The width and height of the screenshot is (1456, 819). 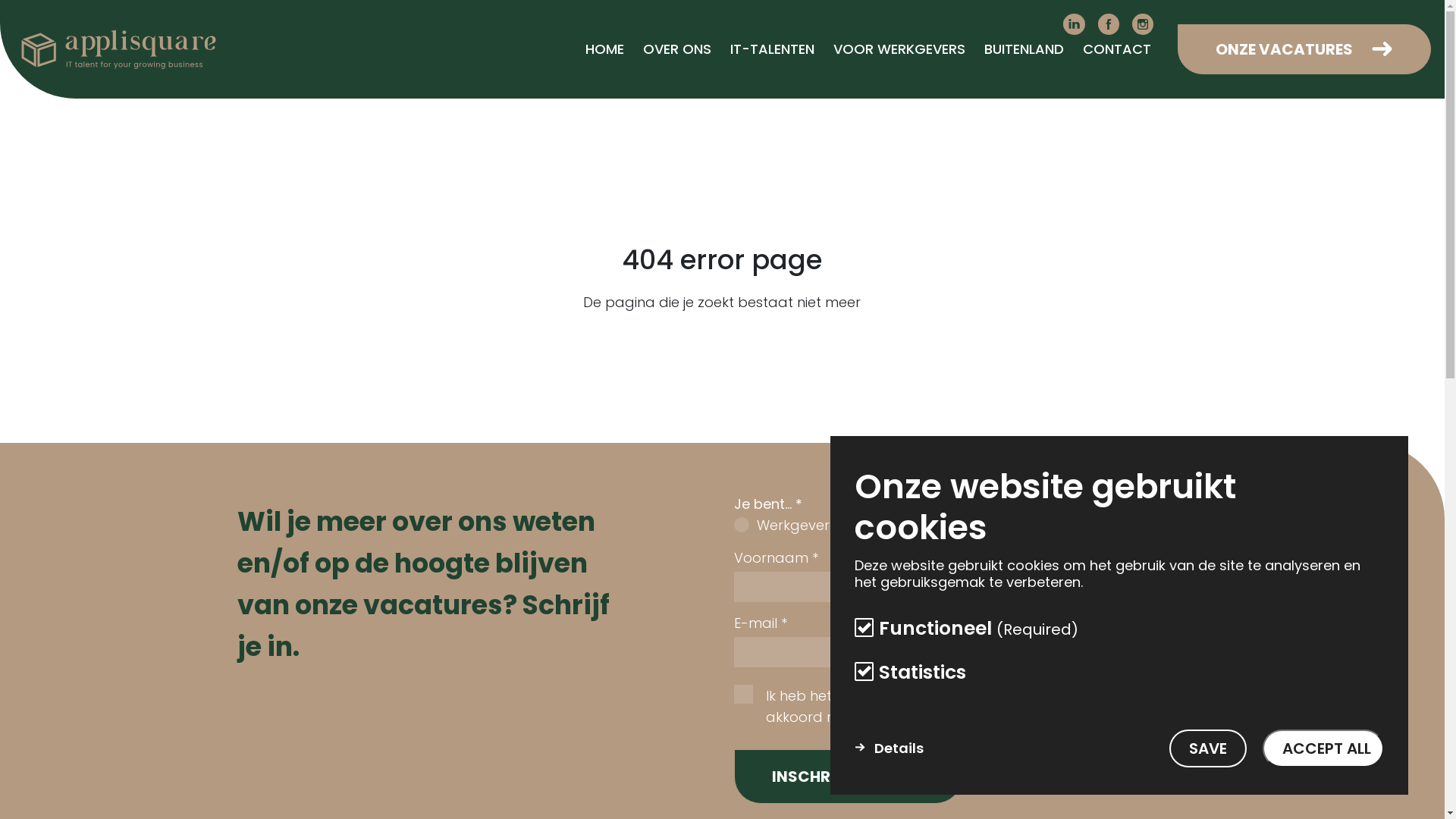 I want to click on 'SAVE', so click(x=1207, y=748).